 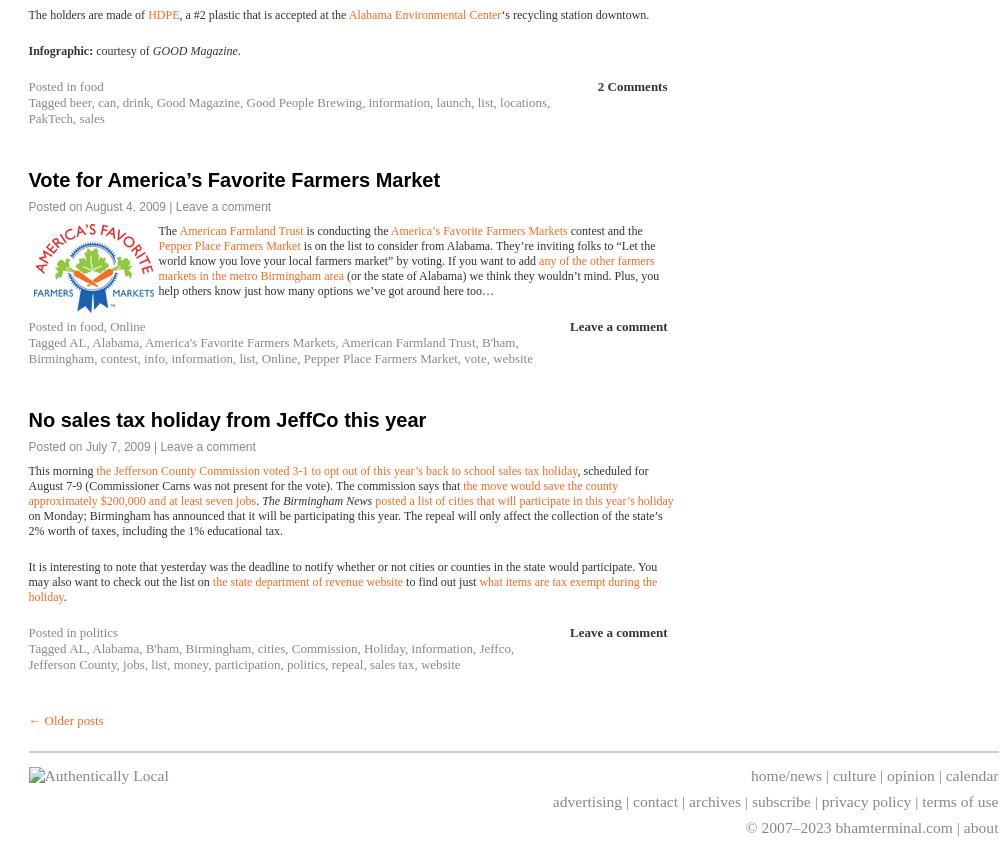 I want to click on '© 2007–2023 bhamterminal.com |', so click(x=853, y=826).